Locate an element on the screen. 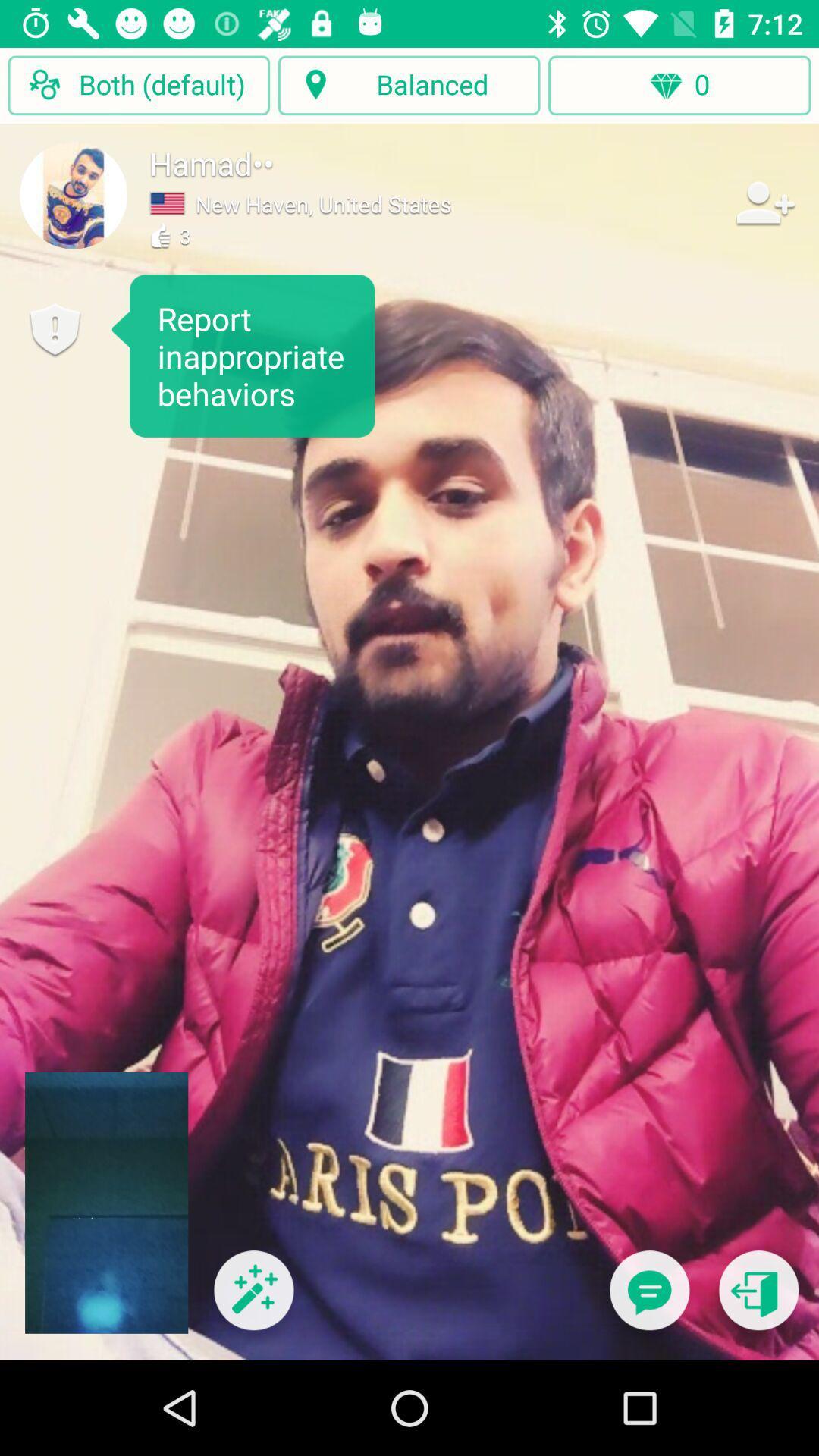 The image size is (819, 1456). the warning icon is located at coordinates (54, 329).